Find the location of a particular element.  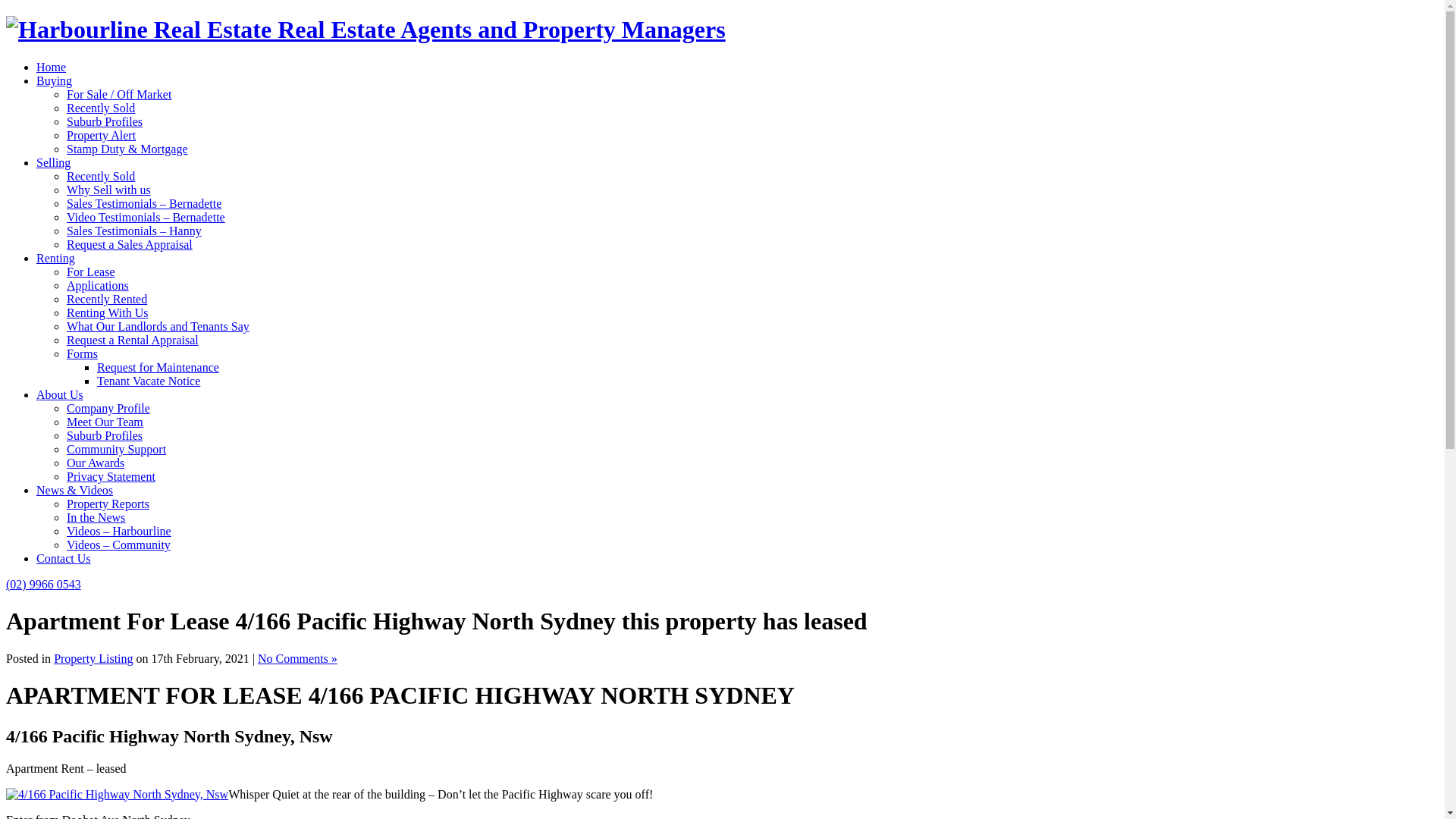

'Recently Rented' is located at coordinates (105, 299).